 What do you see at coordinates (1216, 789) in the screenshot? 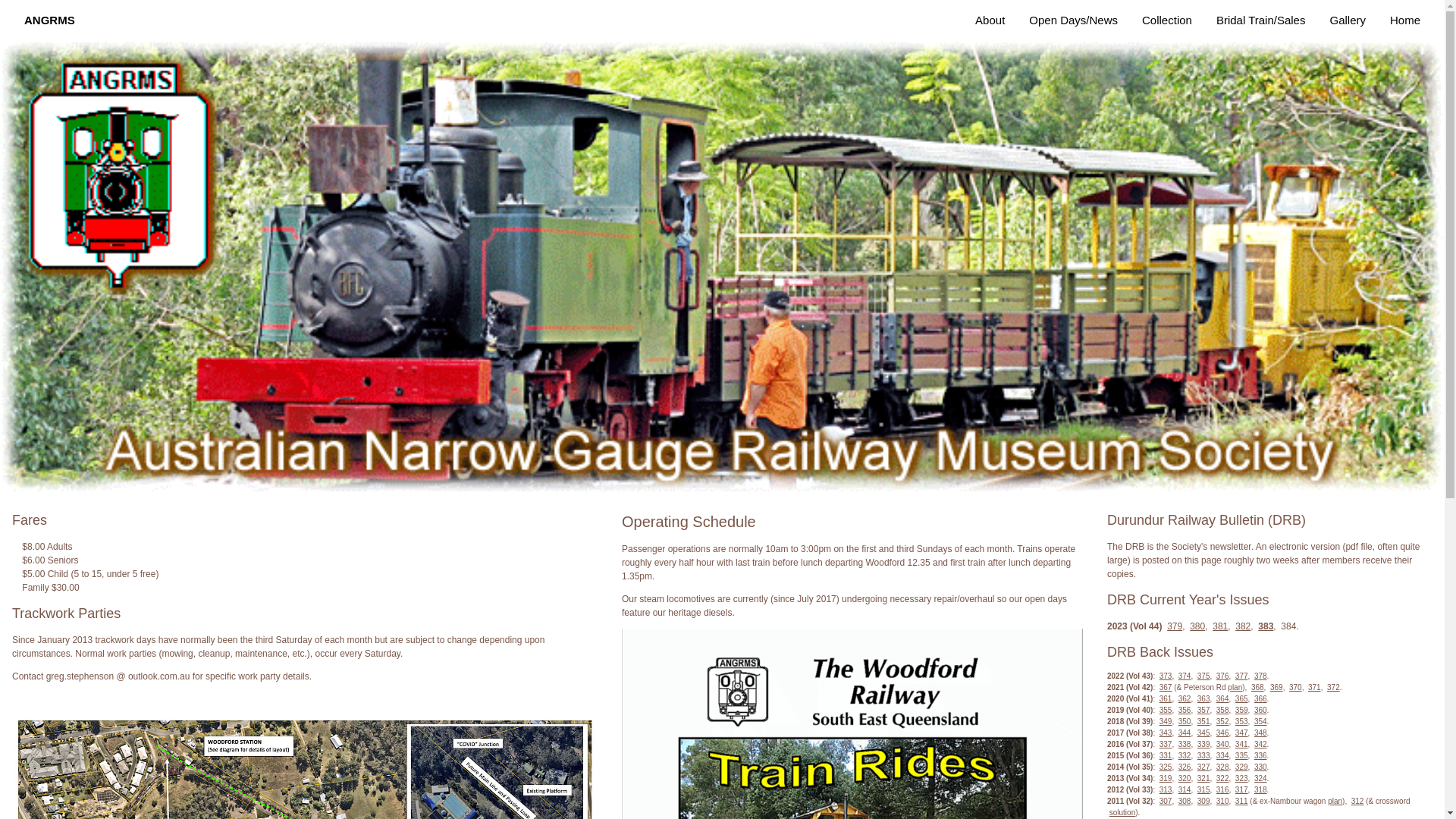
I see `'316'` at bounding box center [1216, 789].